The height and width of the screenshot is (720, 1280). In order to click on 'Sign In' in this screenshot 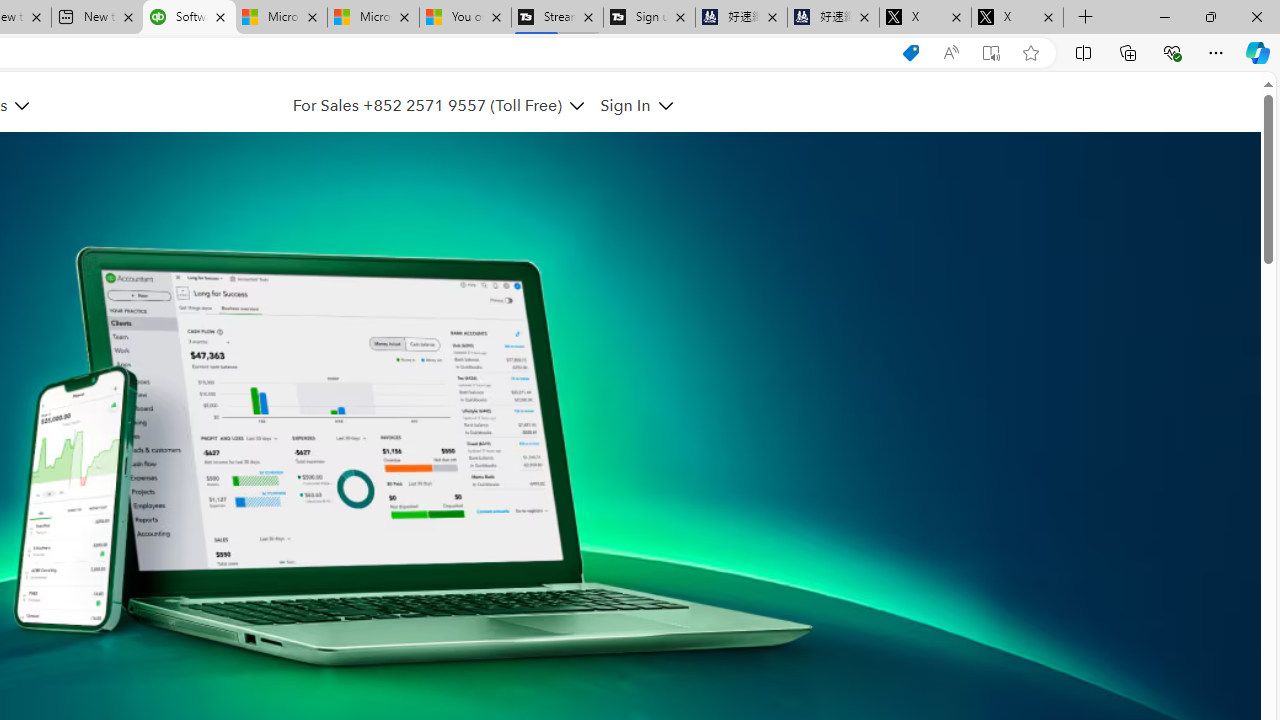, I will do `click(624, 105)`.